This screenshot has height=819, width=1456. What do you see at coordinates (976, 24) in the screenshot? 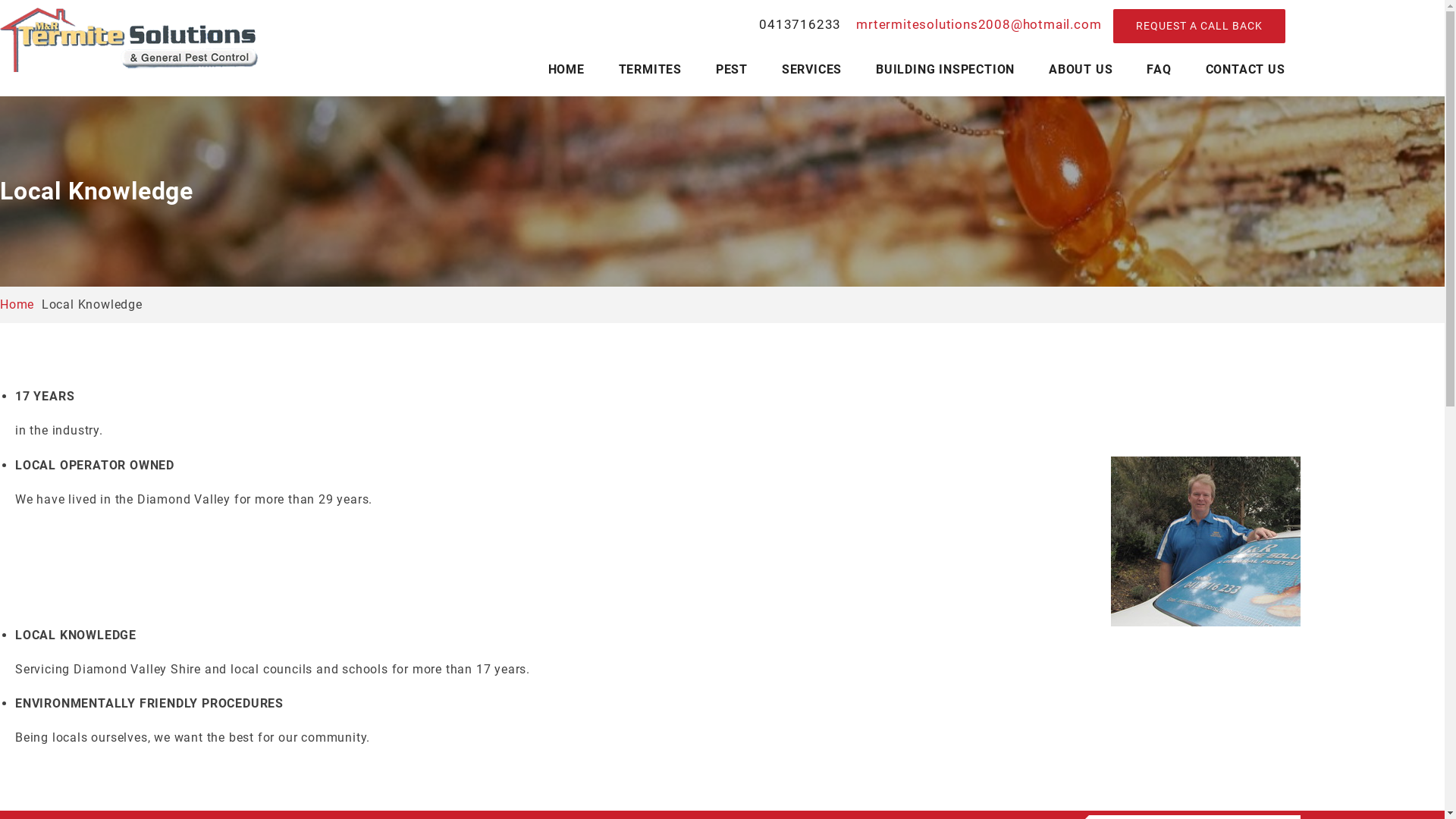
I see `'mrtermitesolutions2008@hotmail.com'` at bounding box center [976, 24].